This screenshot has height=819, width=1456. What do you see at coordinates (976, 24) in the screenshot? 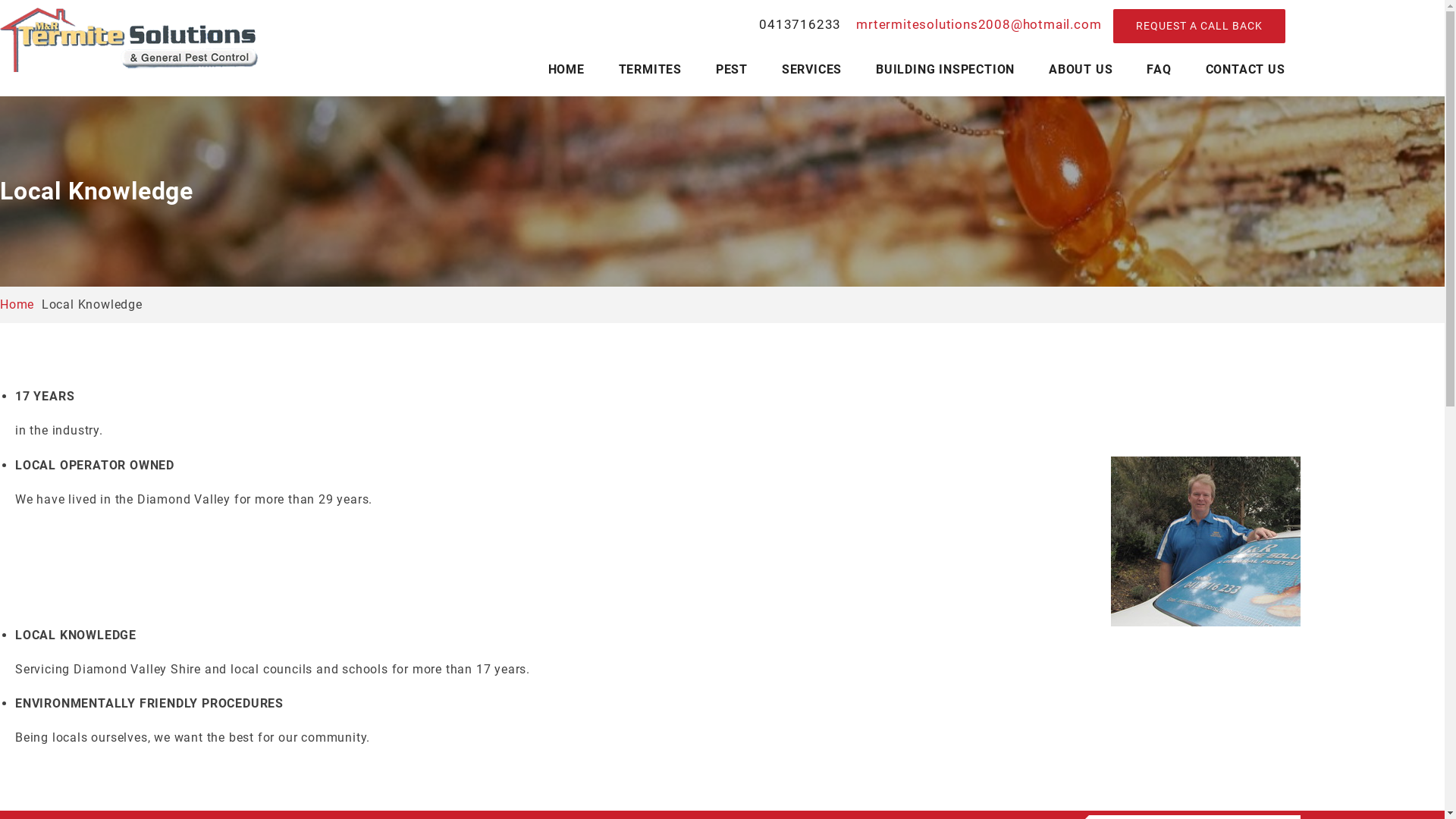
I see `'mrtermitesolutions2008@hotmail.com'` at bounding box center [976, 24].